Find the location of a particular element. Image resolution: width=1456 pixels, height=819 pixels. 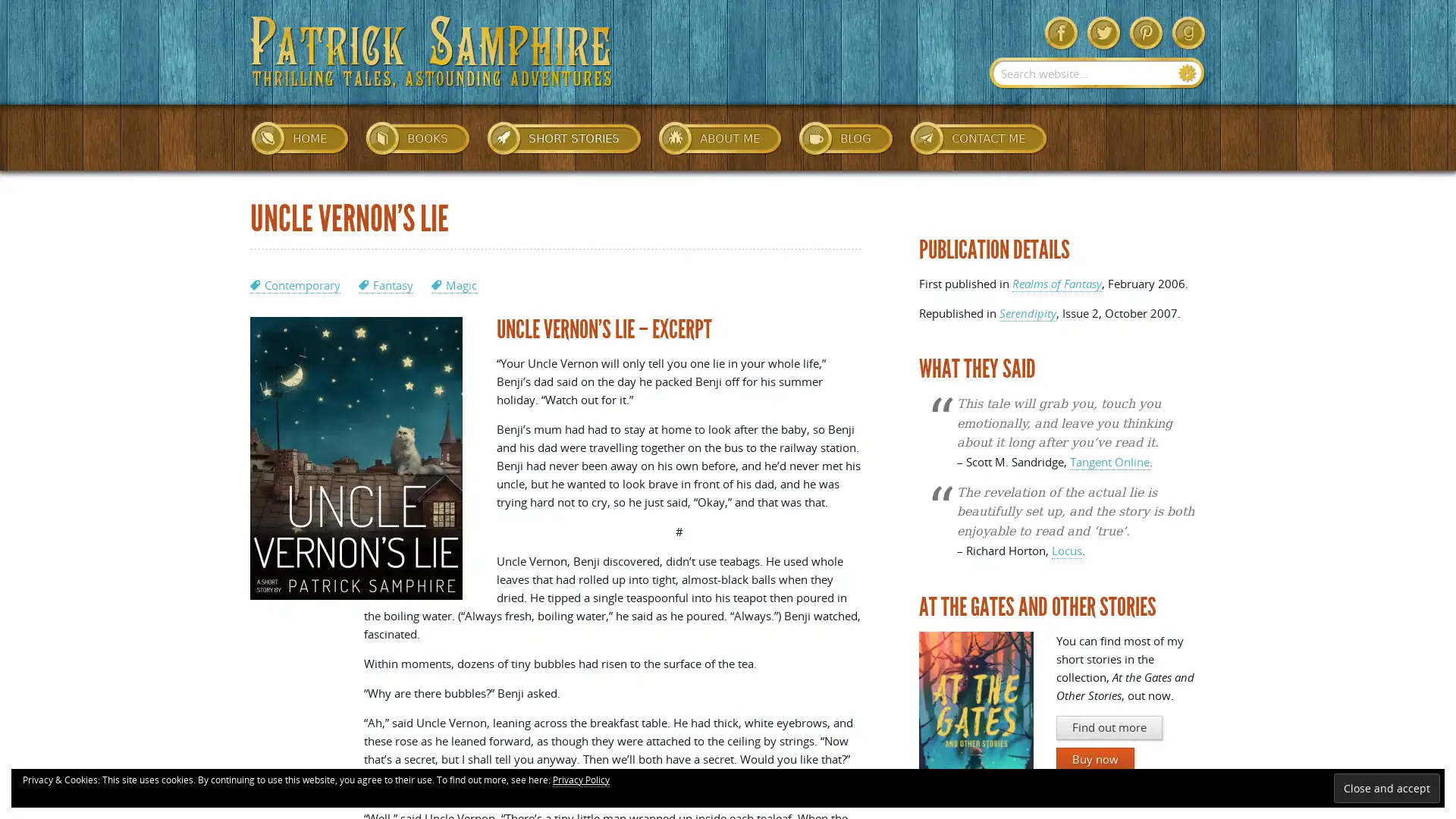

Search is located at coordinates (1187, 73).